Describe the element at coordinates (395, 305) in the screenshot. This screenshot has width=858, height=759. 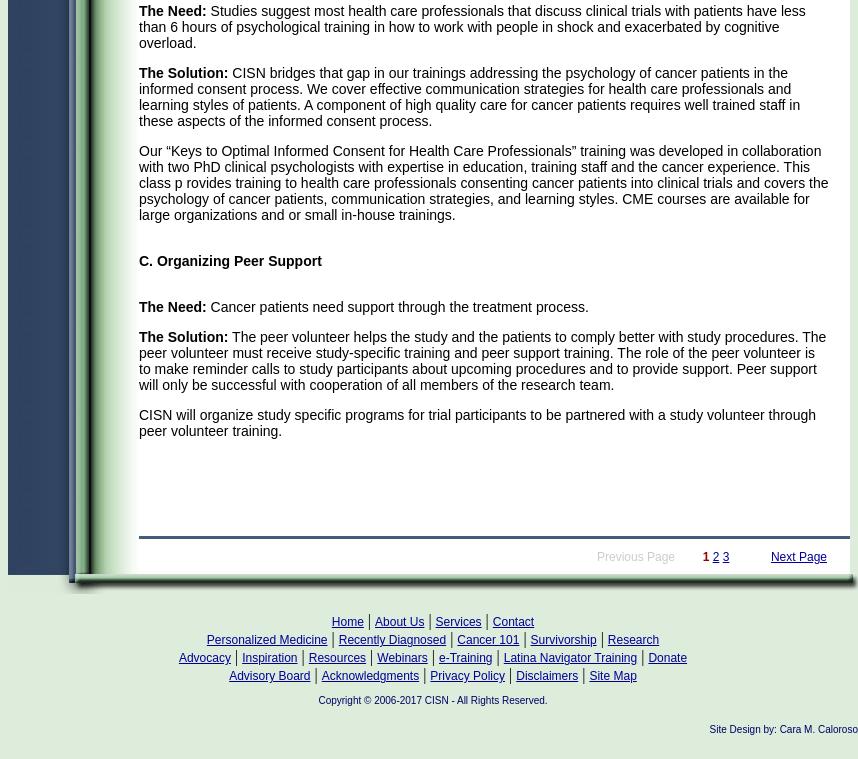
I see `'Cancer patients need support through the treatment process.'` at that location.